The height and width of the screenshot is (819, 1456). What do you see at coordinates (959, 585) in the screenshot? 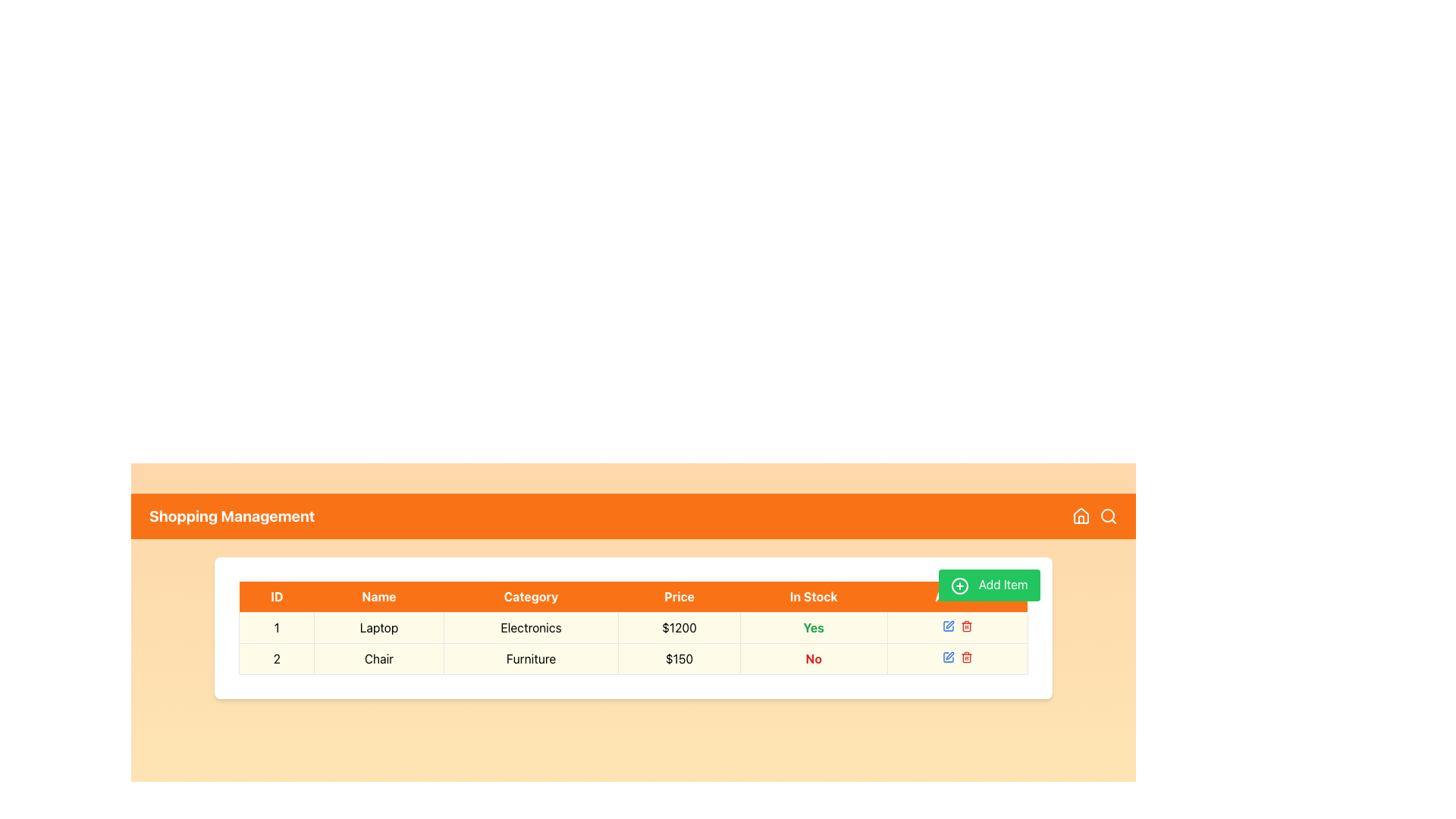
I see `the 'Add Item' icon located inside the green button in the top-right corner of the table listing items` at bounding box center [959, 585].